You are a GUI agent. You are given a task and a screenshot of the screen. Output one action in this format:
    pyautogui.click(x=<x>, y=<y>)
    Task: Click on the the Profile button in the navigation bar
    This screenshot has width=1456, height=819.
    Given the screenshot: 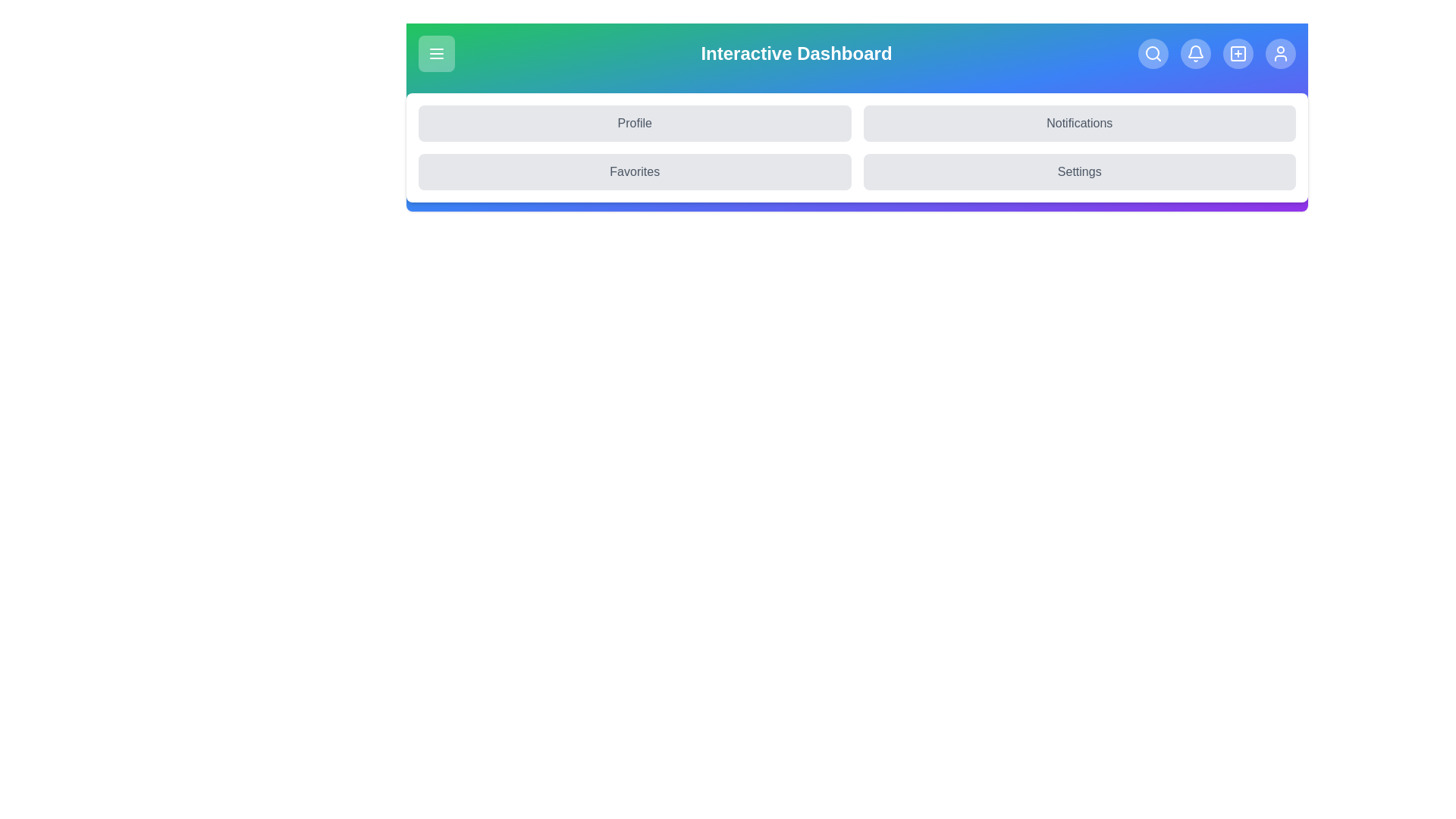 What is the action you would take?
    pyautogui.click(x=635, y=122)
    